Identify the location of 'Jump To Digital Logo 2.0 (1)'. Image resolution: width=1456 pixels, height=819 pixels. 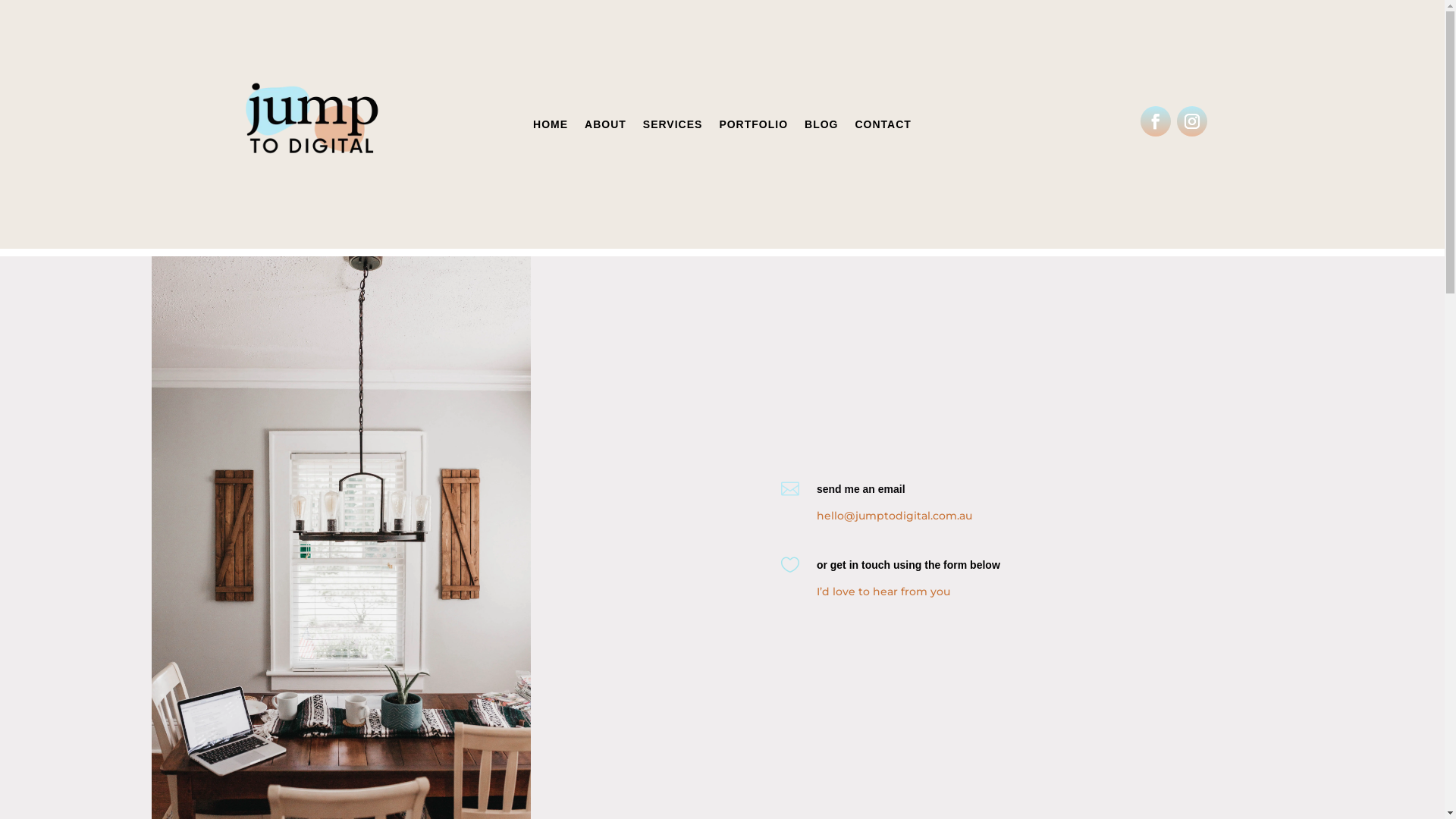
(312, 124).